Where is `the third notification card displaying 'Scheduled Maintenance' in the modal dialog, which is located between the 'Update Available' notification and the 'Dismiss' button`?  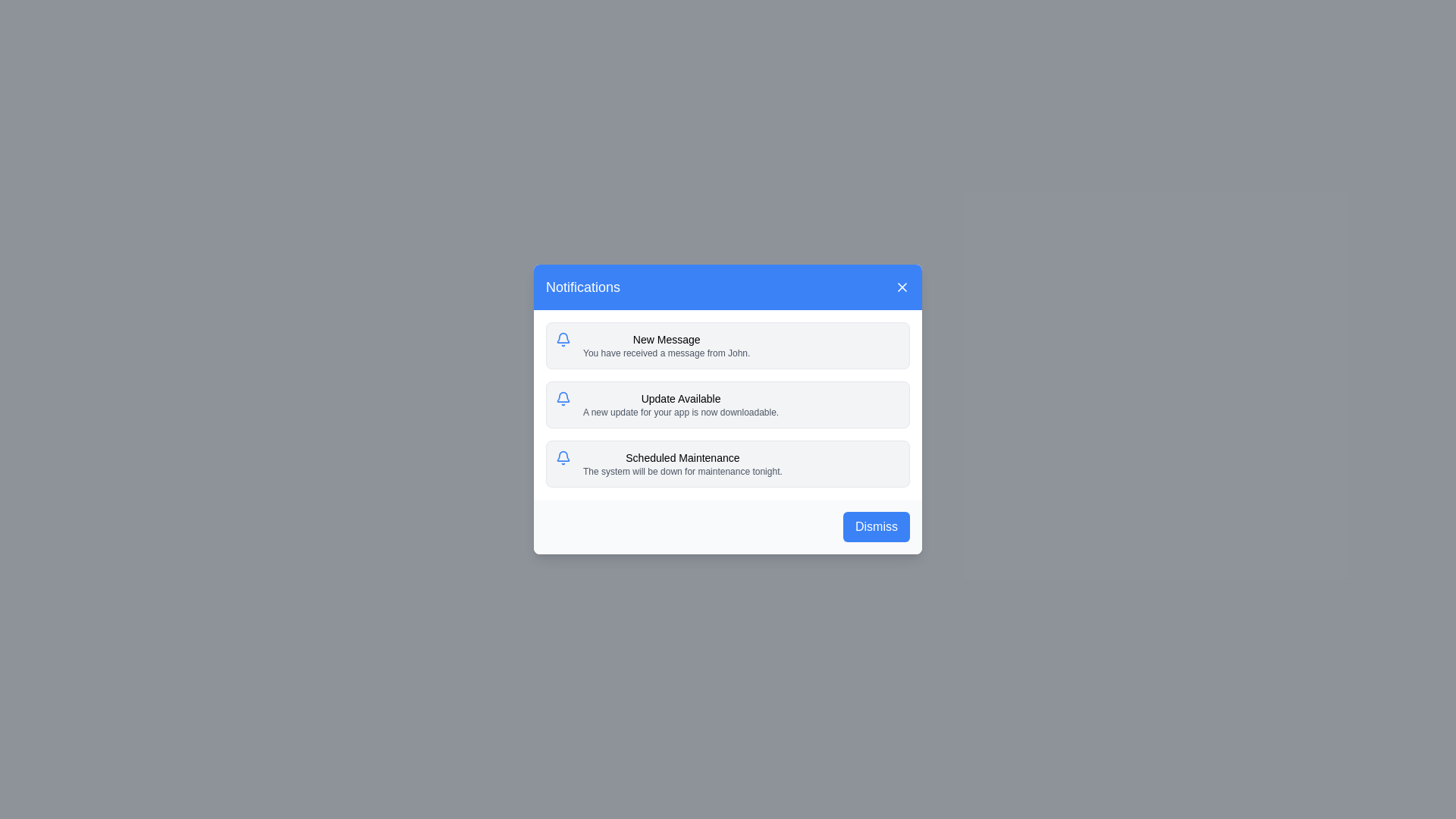 the third notification card displaying 'Scheduled Maintenance' in the modal dialog, which is located between the 'Update Available' notification and the 'Dismiss' button is located at coordinates (682, 463).